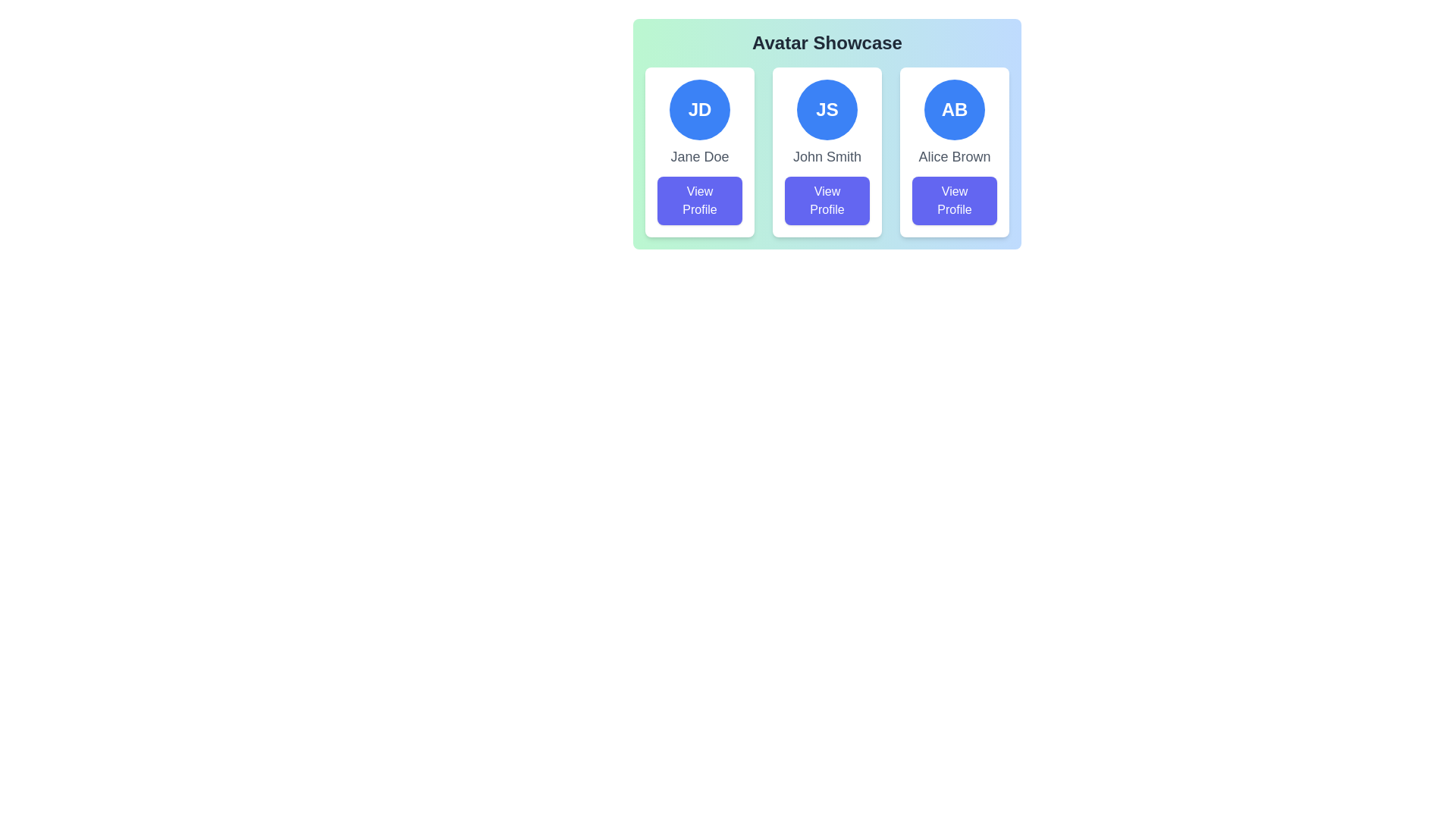 The image size is (1456, 819). What do you see at coordinates (698, 152) in the screenshot?
I see `initials 'JD' displayed on the profile card for user 'Jane Doe', which is the first card in the grid layout` at bounding box center [698, 152].